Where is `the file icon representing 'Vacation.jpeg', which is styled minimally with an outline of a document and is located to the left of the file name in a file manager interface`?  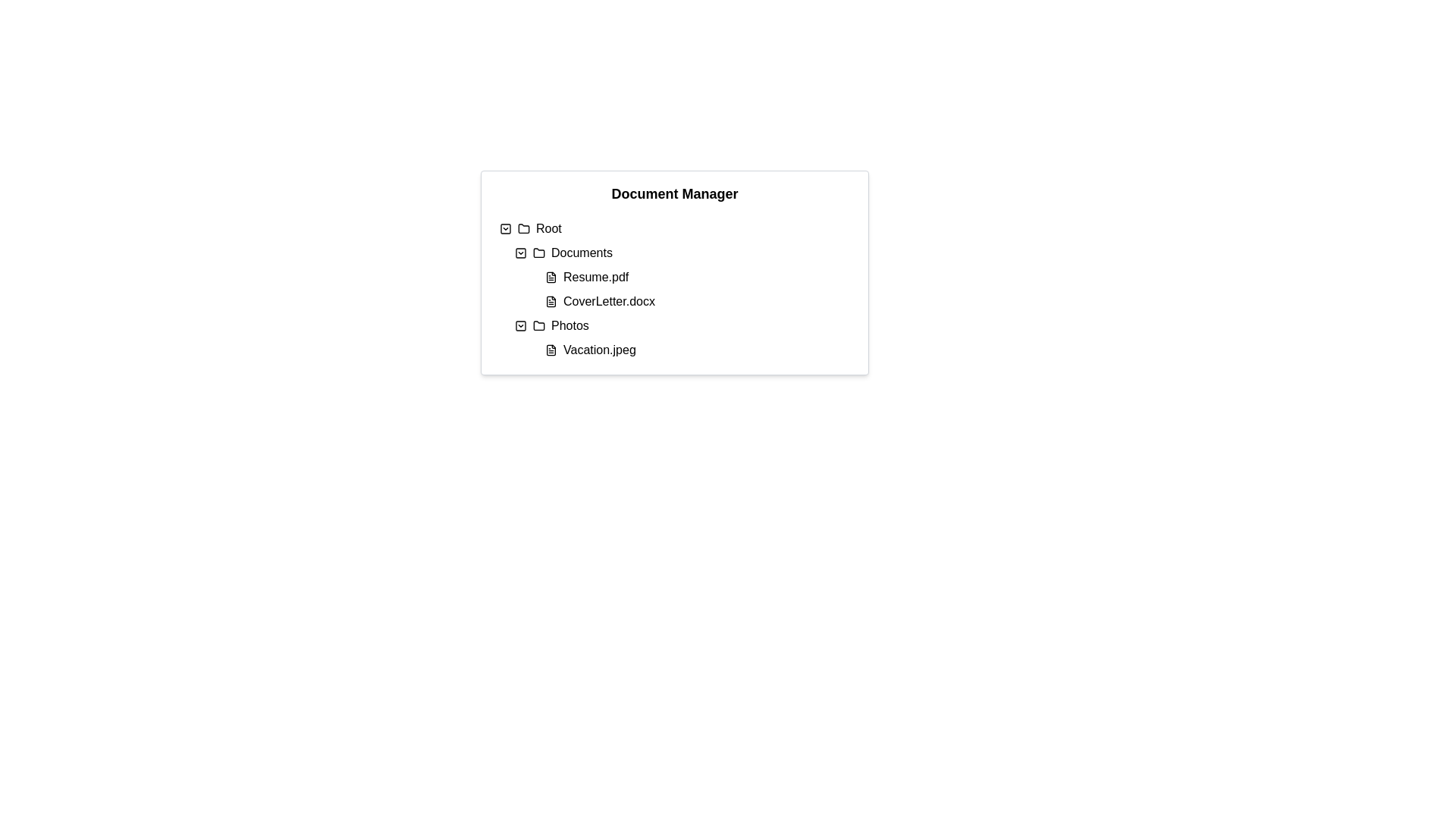
the file icon representing 'Vacation.jpeg', which is styled minimally with an outline of a document and is located to the left of the file name in a file manager interface is located at coordinates (550, 350).